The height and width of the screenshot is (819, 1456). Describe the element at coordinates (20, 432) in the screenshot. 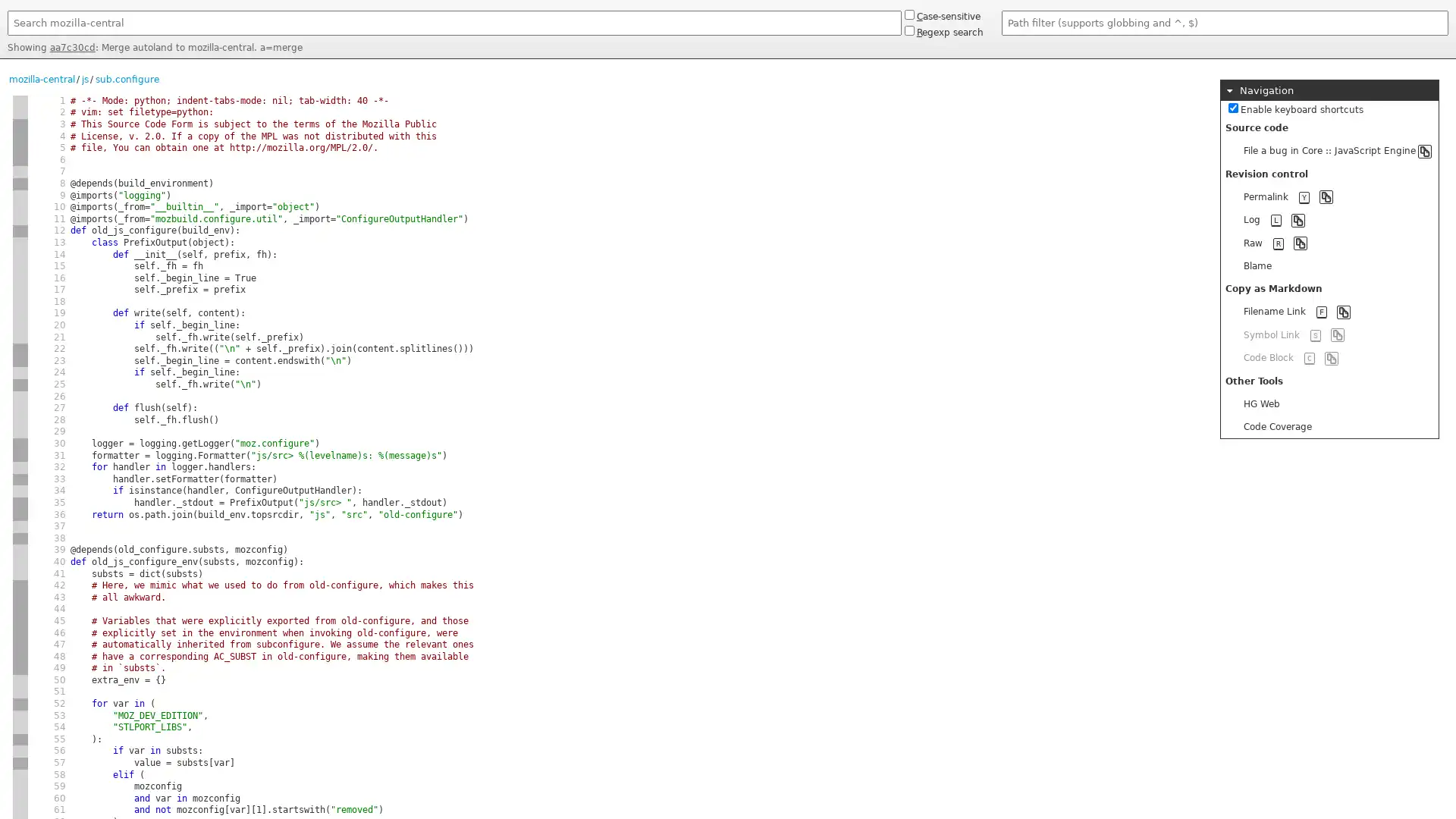

I see `same hash 6` at that location.